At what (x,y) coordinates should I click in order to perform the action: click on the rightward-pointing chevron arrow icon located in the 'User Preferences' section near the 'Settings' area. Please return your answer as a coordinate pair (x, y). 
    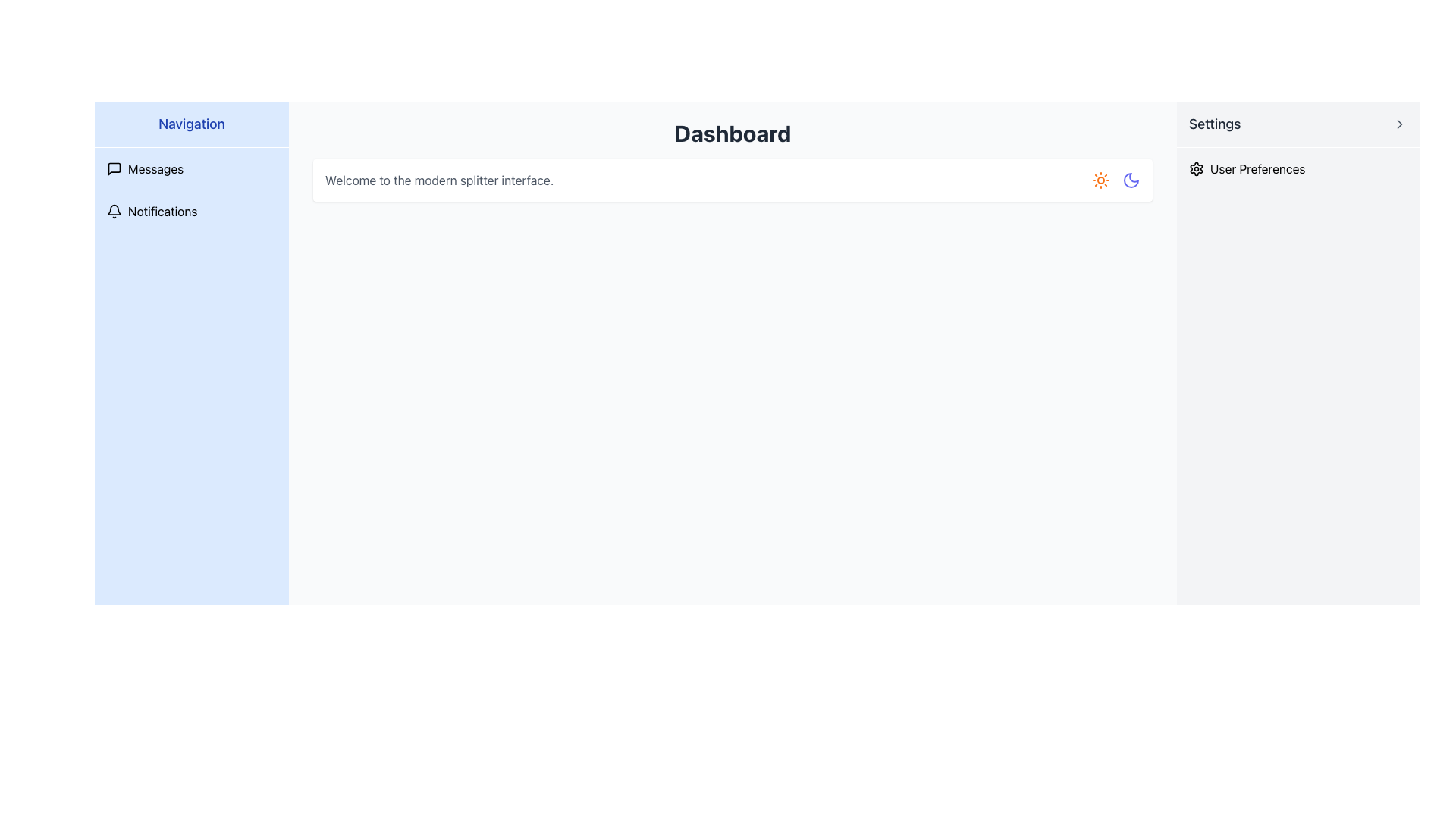
    Looking at the image, I should click on (1399, 124).